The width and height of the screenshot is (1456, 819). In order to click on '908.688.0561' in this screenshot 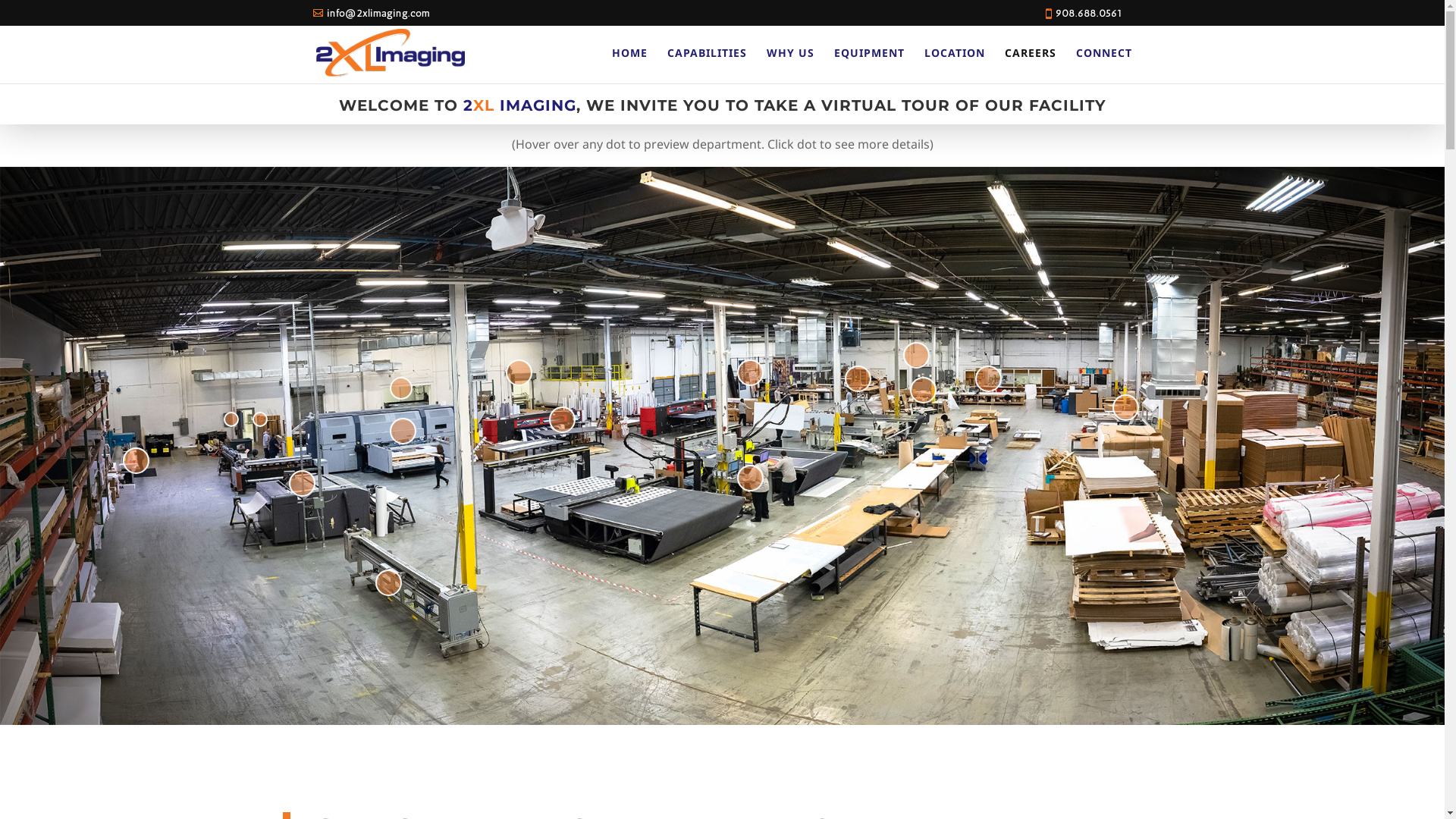, I will do `click(1087, 13)`.